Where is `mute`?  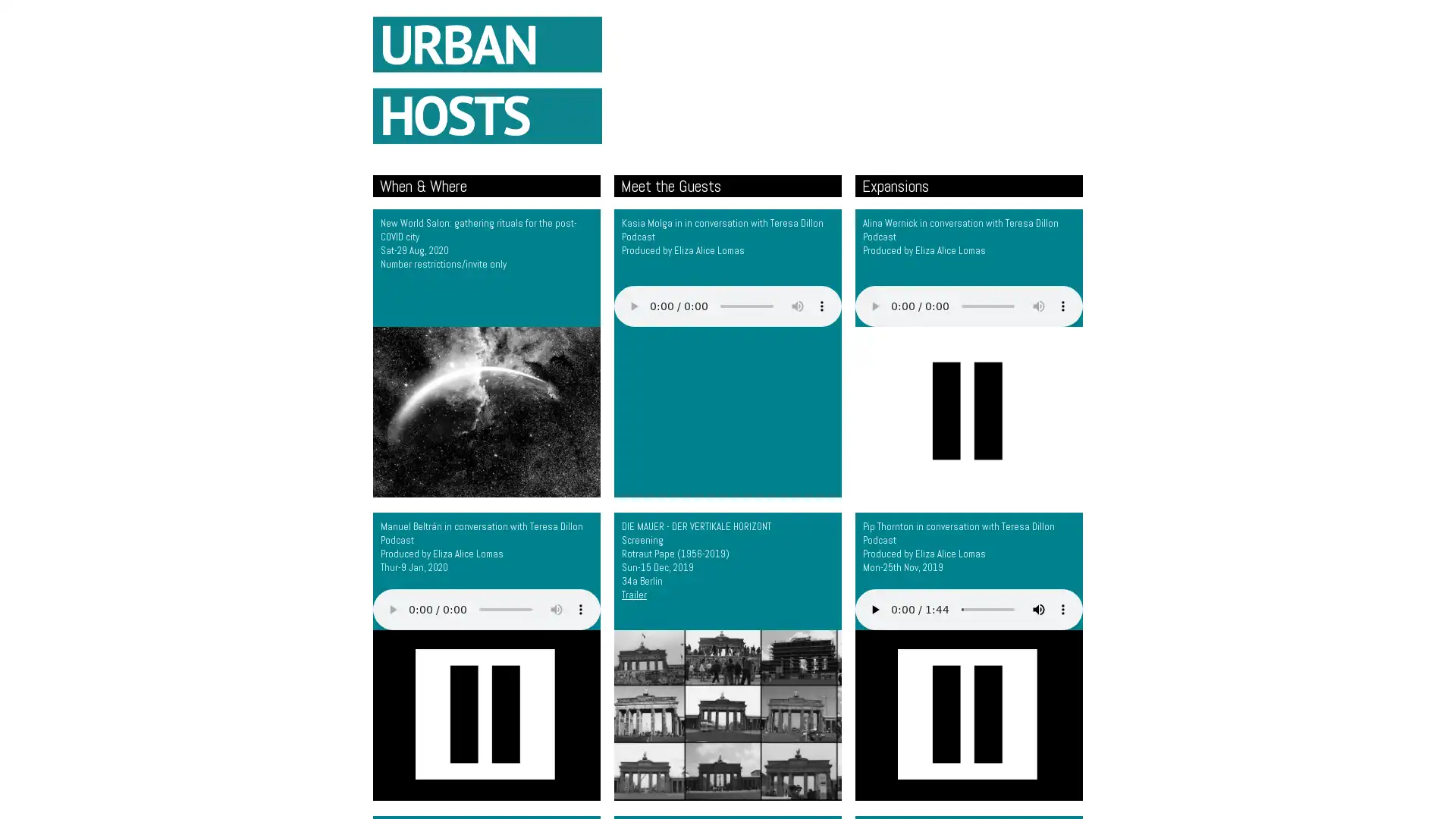
mute is located at coordinates (1037, 608).